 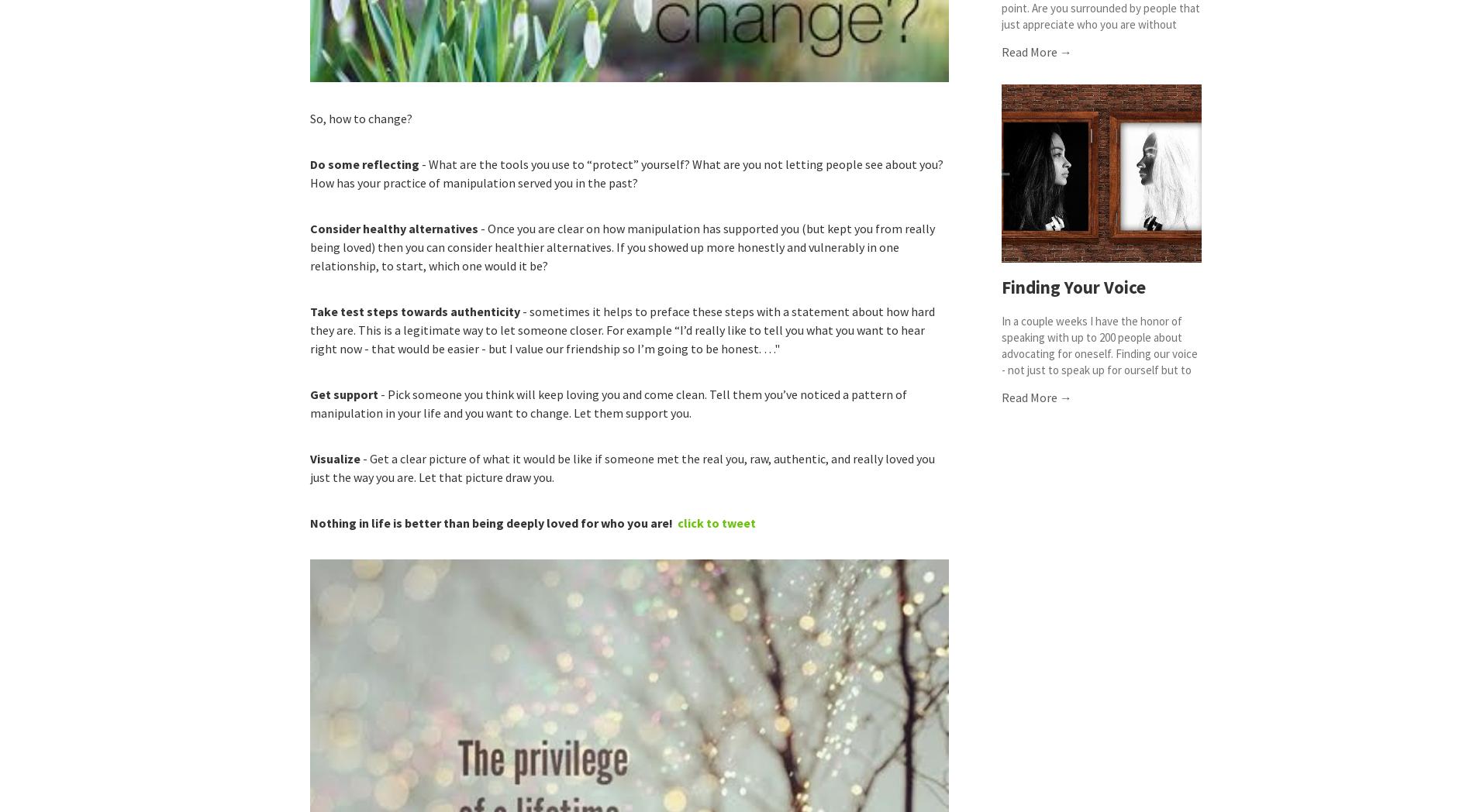 I want to click on 'Nothing in life is better than being deeply loved for who you are!', so click(x=492, y=521).